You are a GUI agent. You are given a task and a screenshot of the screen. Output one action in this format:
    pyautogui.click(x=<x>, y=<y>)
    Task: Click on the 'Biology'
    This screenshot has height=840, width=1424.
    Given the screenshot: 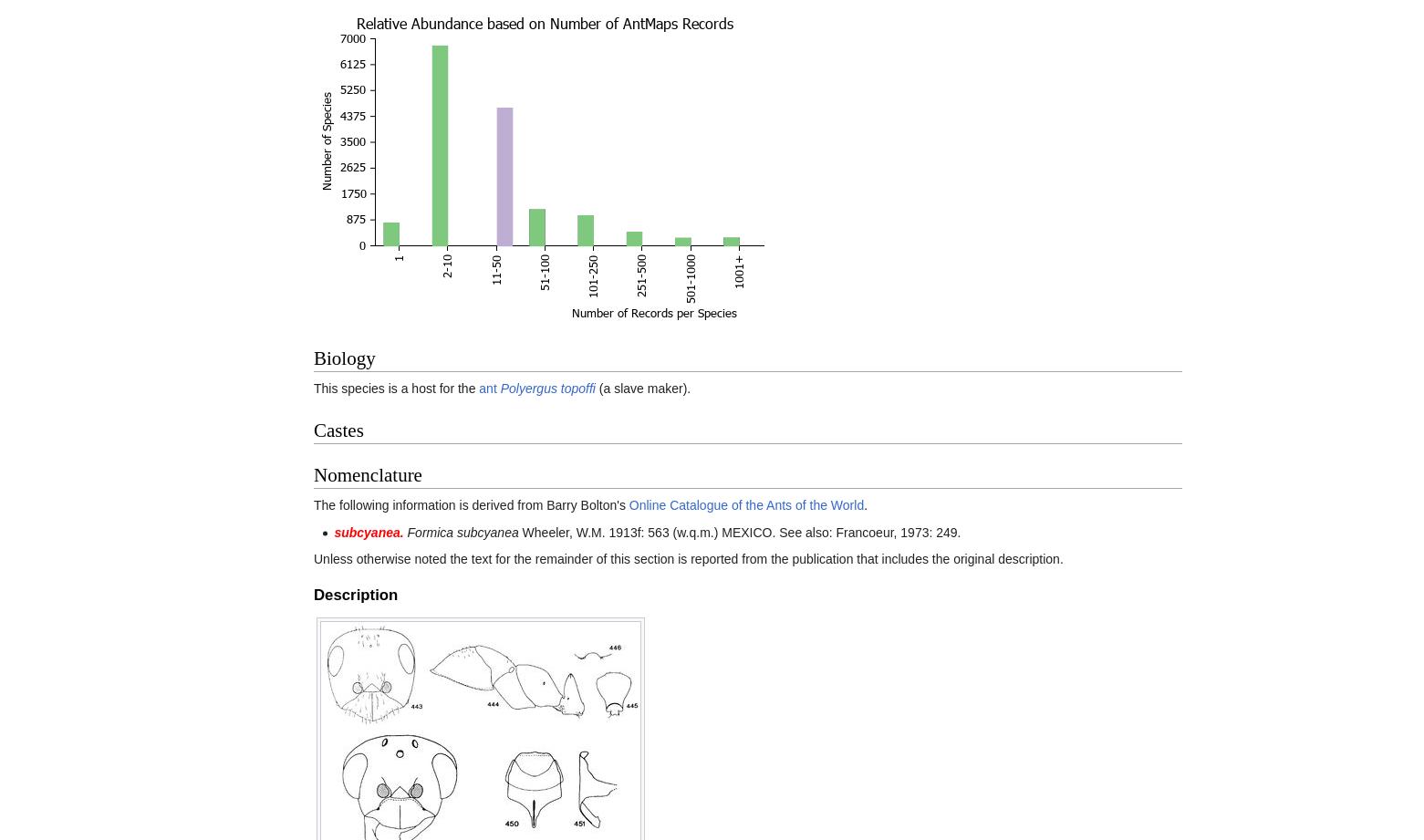 What is the action you would take?
    pyautogui.click(x=343, y=358)
    